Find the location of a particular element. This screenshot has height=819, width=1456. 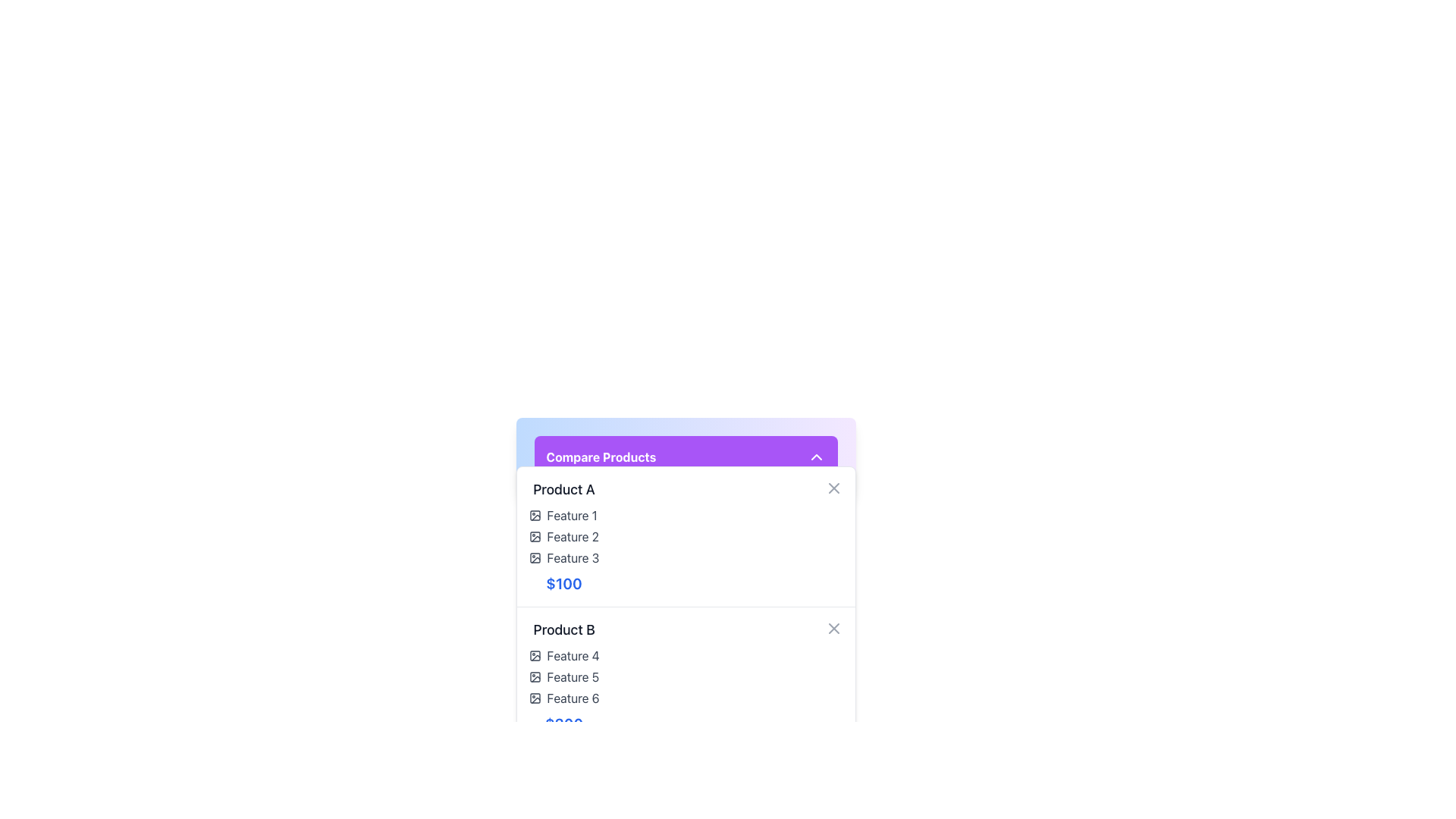

the features or price of the first product entry in the comparison card is located at coordinates (563, 536).